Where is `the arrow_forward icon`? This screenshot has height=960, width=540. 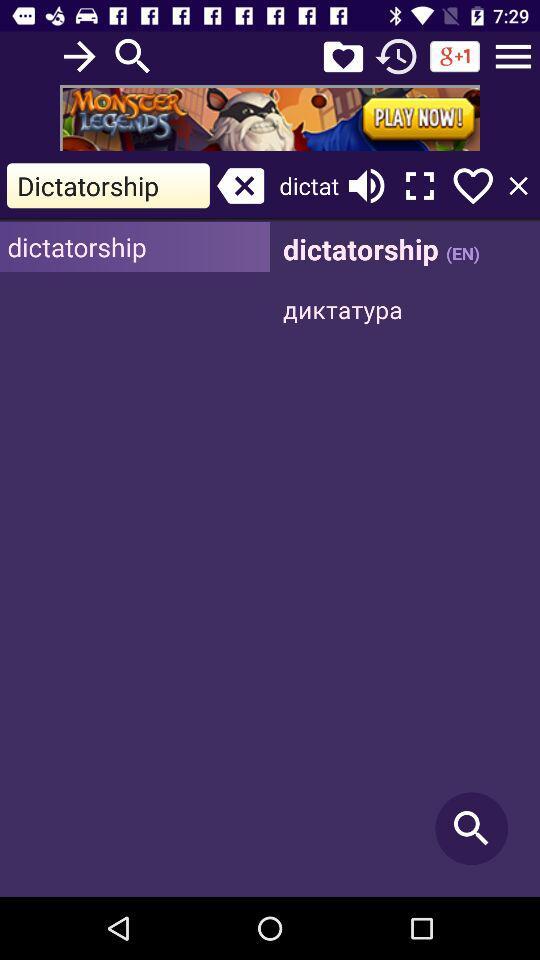
the arrow_forward icon is located at coordinates (78, 55).